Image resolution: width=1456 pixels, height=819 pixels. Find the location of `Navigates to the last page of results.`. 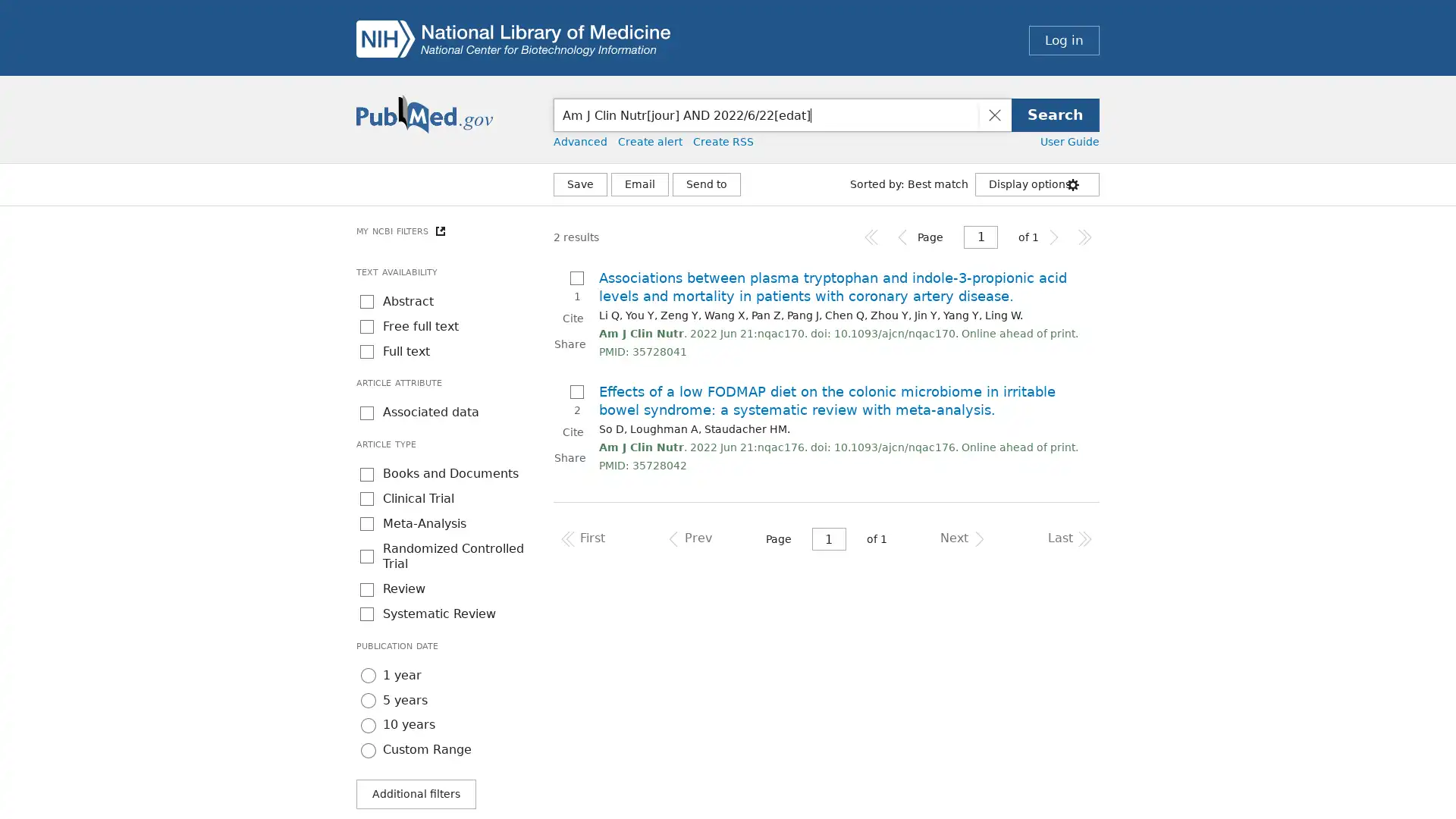

Navigates to the last page of results. is located at coordinates (1067, 538).